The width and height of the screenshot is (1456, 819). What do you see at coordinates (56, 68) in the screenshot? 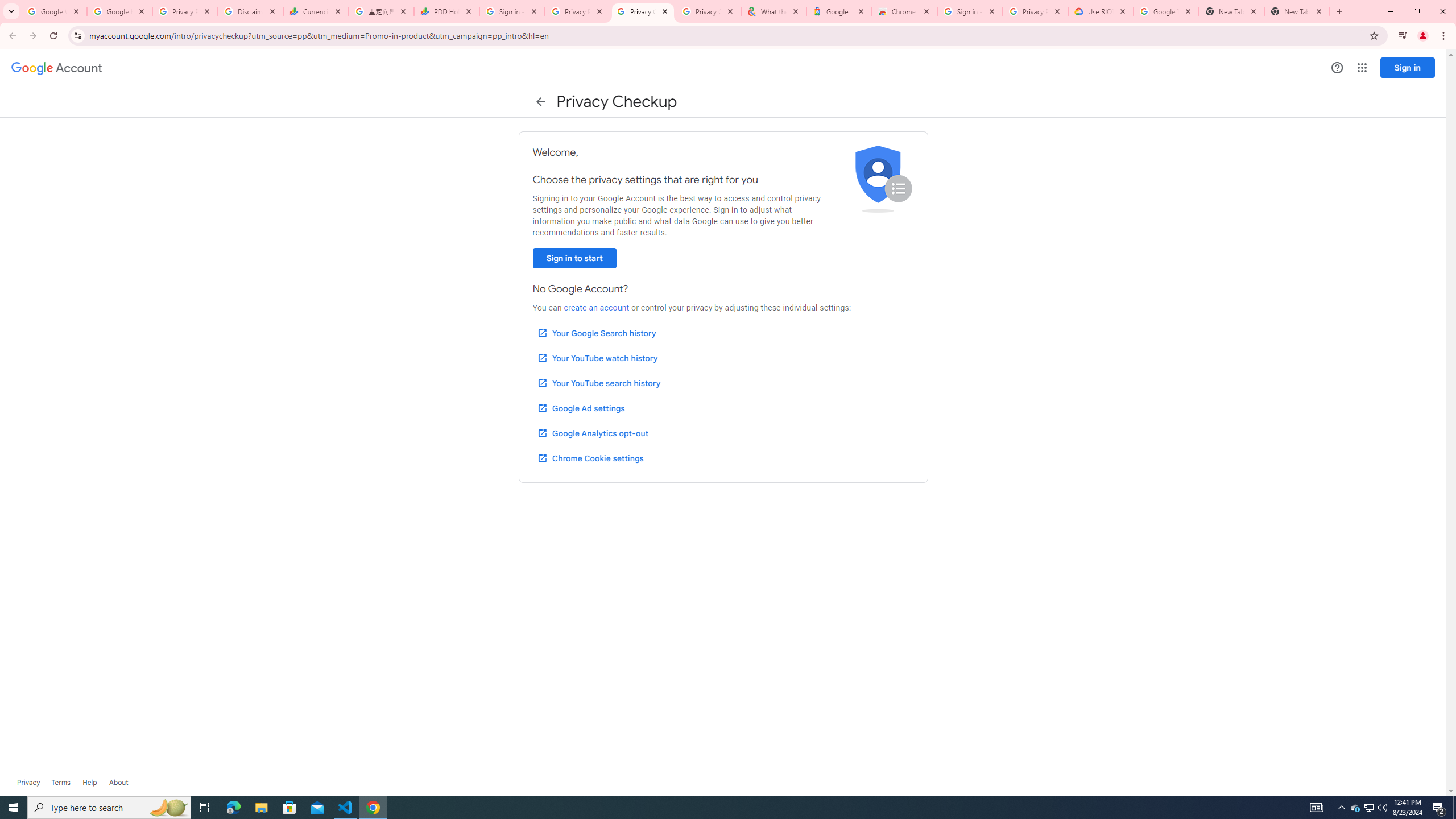
I see `'Google Account settings'` at bounding box center [56, 68].